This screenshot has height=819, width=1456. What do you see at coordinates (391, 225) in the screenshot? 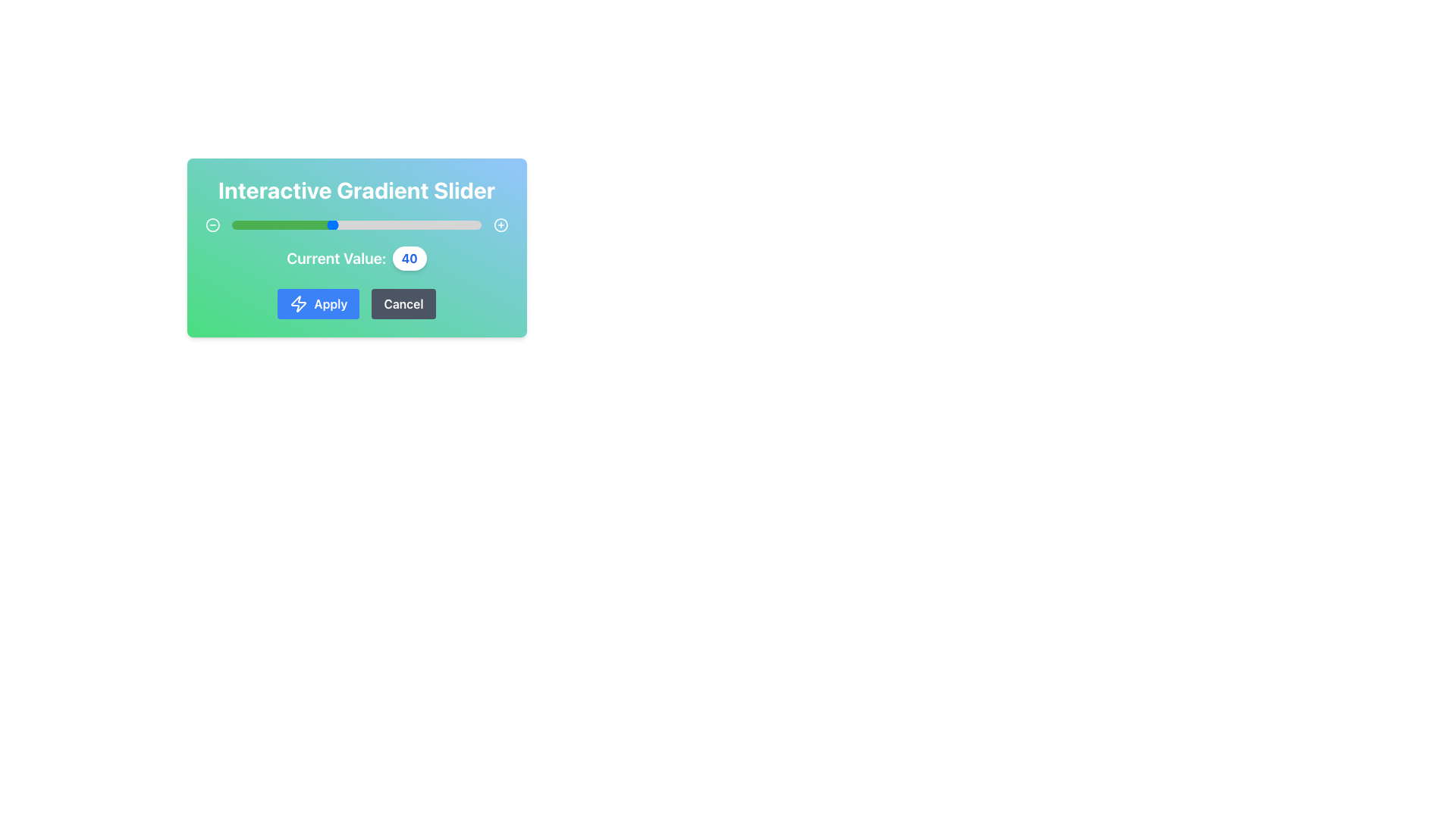
I see `the slider's value` at bounding box center [391, 225].